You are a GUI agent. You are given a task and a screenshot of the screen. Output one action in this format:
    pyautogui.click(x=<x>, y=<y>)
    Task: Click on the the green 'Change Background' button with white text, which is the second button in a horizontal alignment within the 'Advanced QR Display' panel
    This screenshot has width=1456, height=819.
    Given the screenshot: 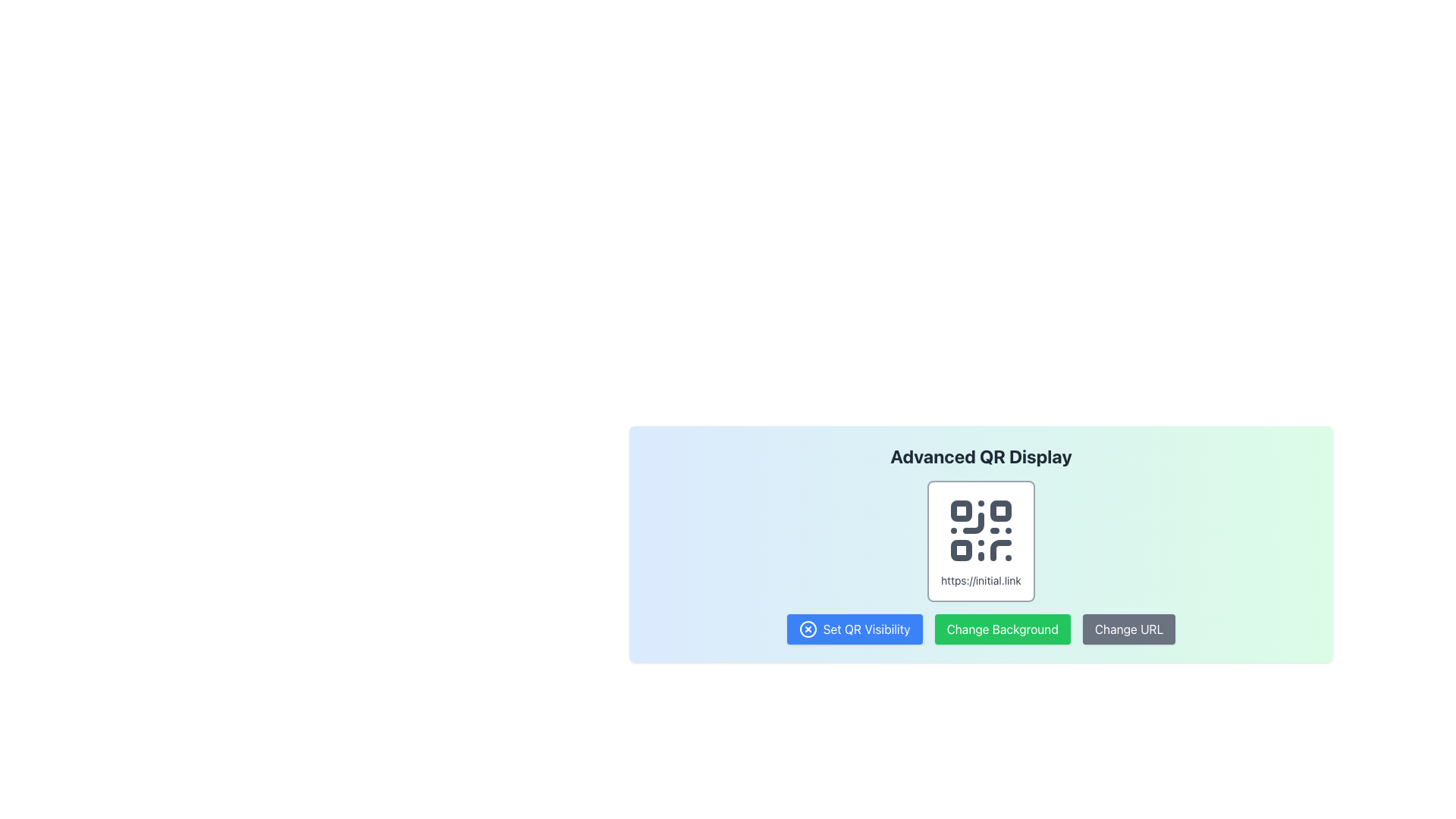 What is the action you would take?
    pyautogui.click(x=981, y=629)
    